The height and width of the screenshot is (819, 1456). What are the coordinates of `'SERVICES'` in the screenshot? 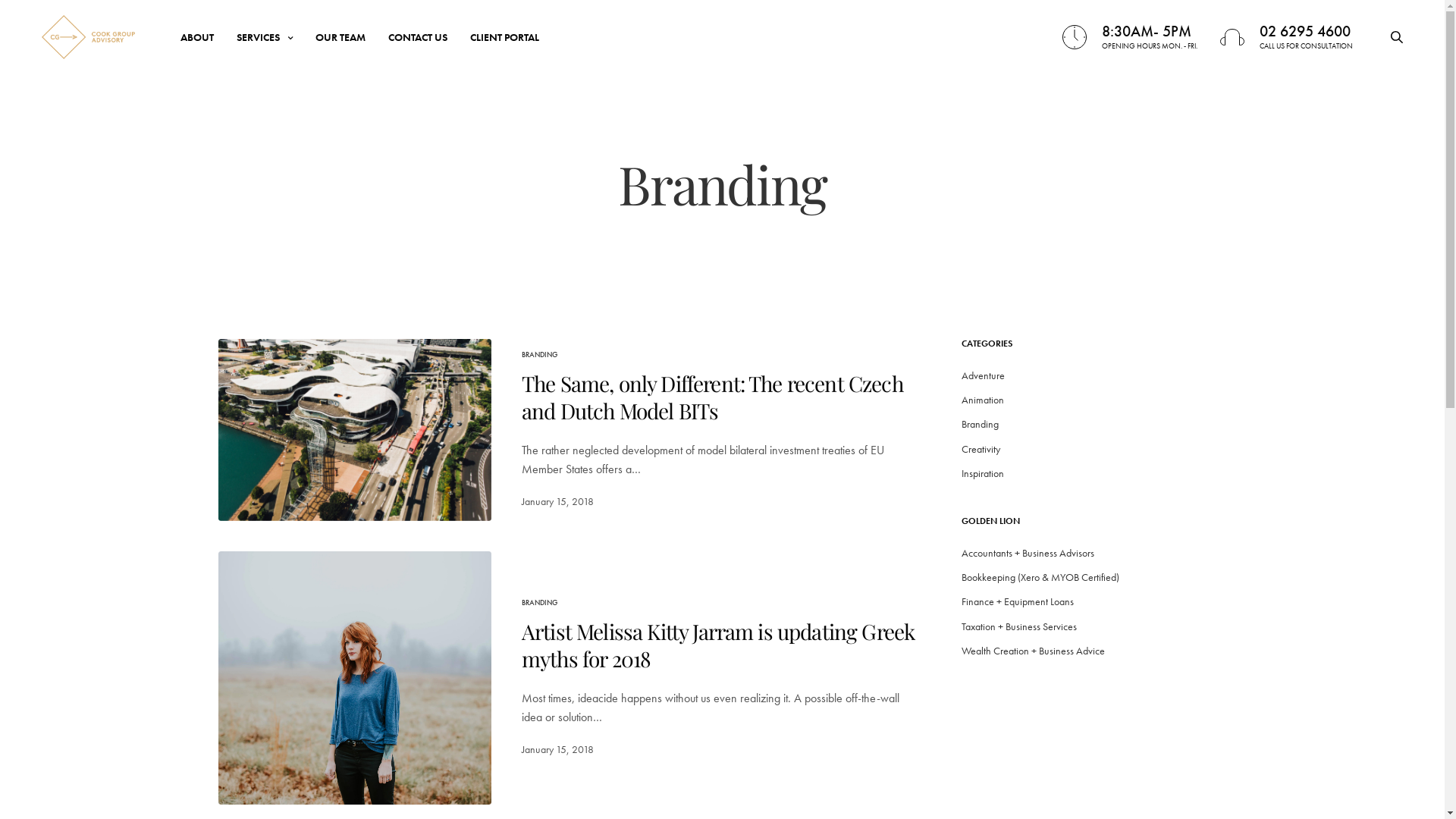 It's located at (265, 36).